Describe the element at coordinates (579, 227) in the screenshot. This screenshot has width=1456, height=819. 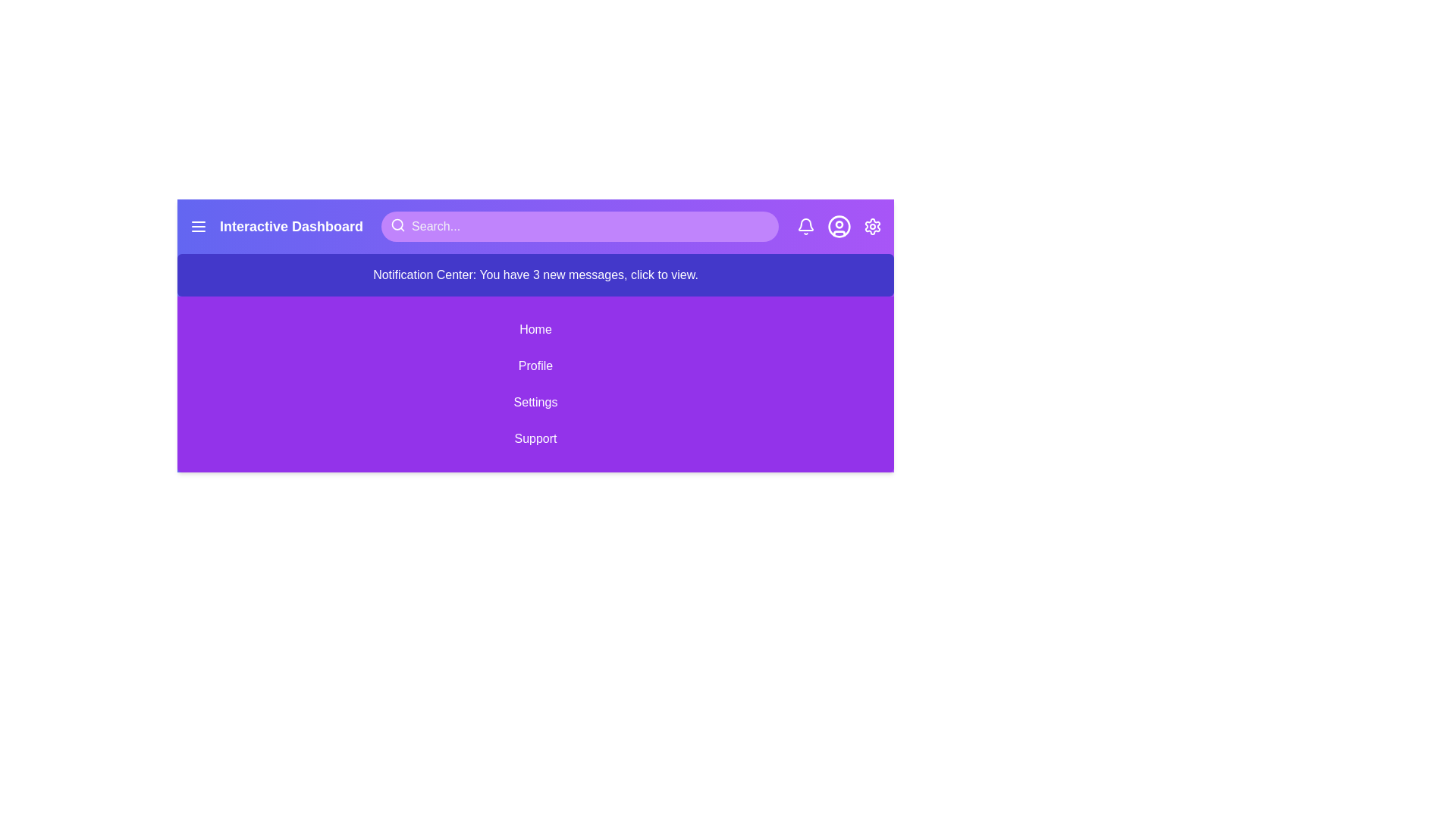
I see `the search bar and type 'example query'` at that location.